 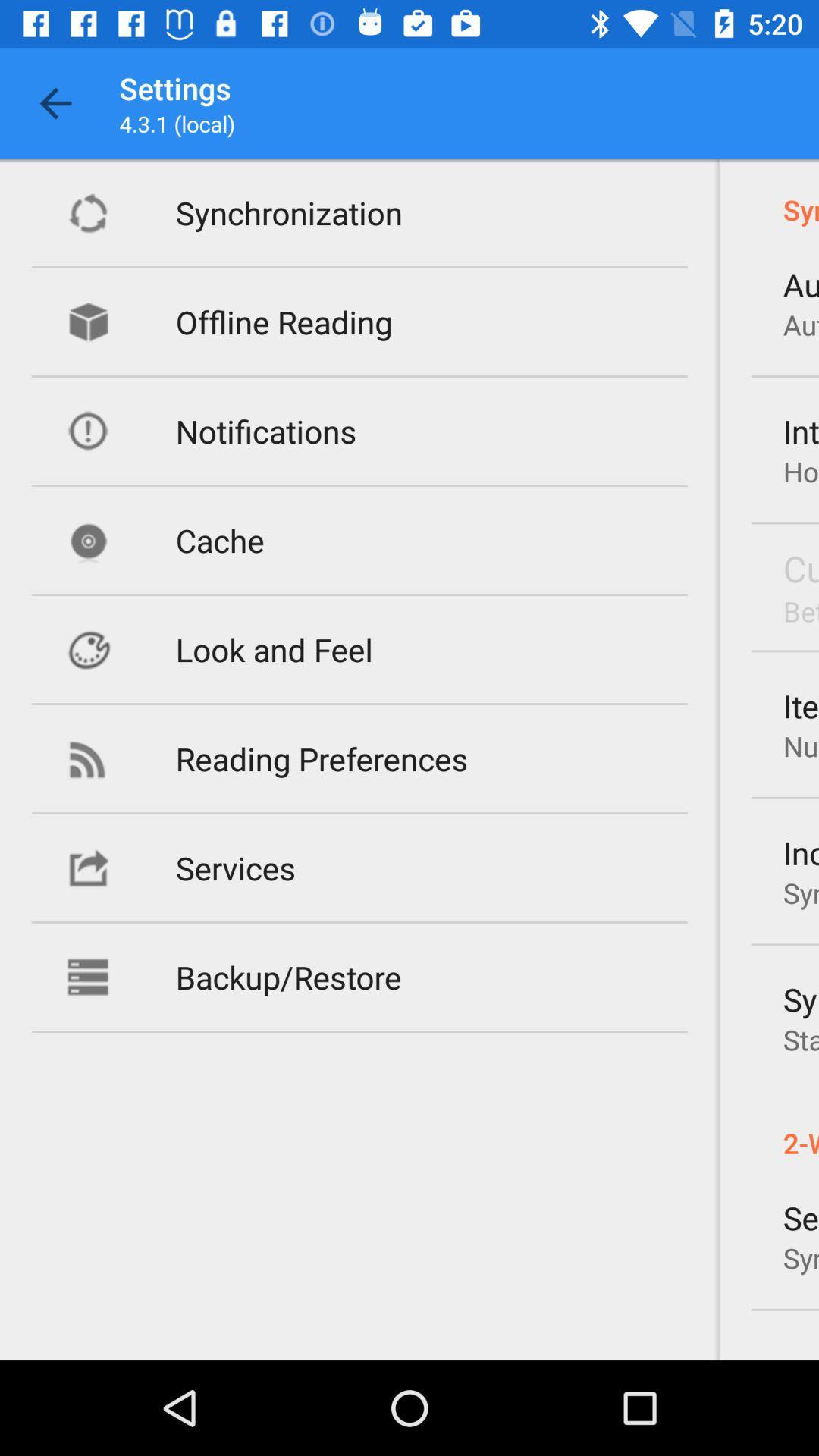 I want to click on auto update item, so click(x=800, y=284).